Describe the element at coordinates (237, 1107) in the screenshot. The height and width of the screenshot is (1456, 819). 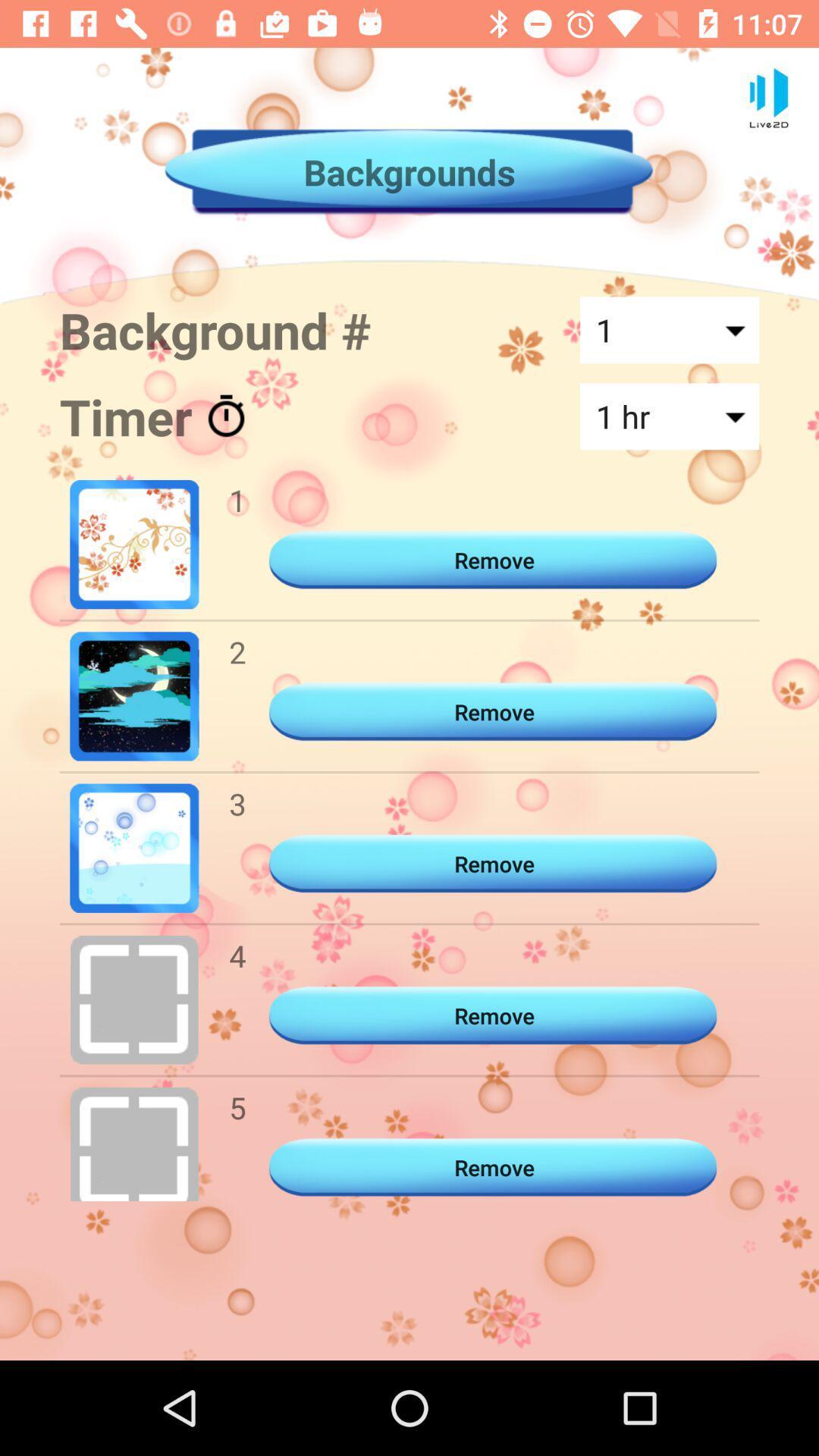
I see `item below the 4 icon` at that location.